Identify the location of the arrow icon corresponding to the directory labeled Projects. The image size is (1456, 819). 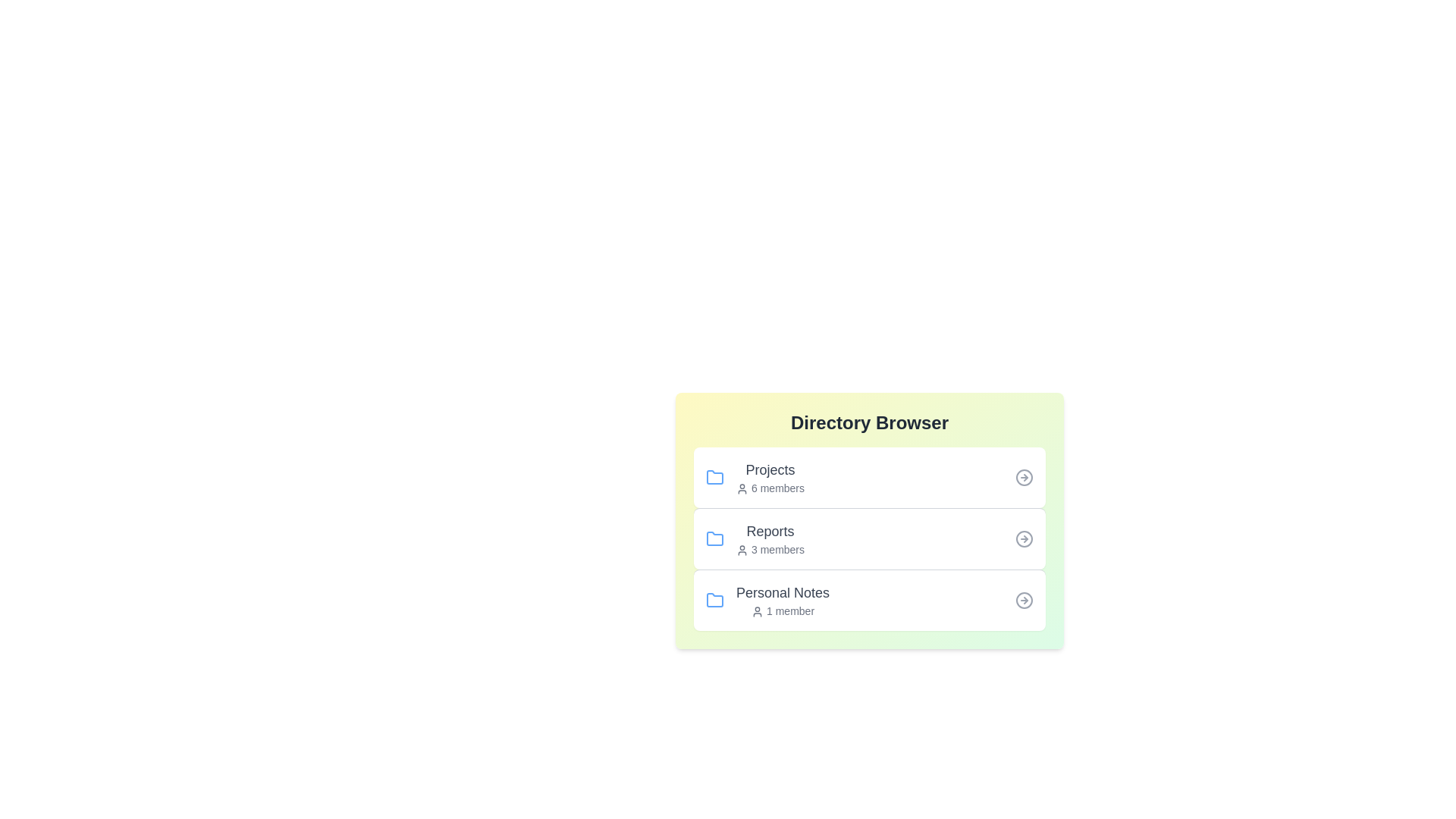
(1024, 476).